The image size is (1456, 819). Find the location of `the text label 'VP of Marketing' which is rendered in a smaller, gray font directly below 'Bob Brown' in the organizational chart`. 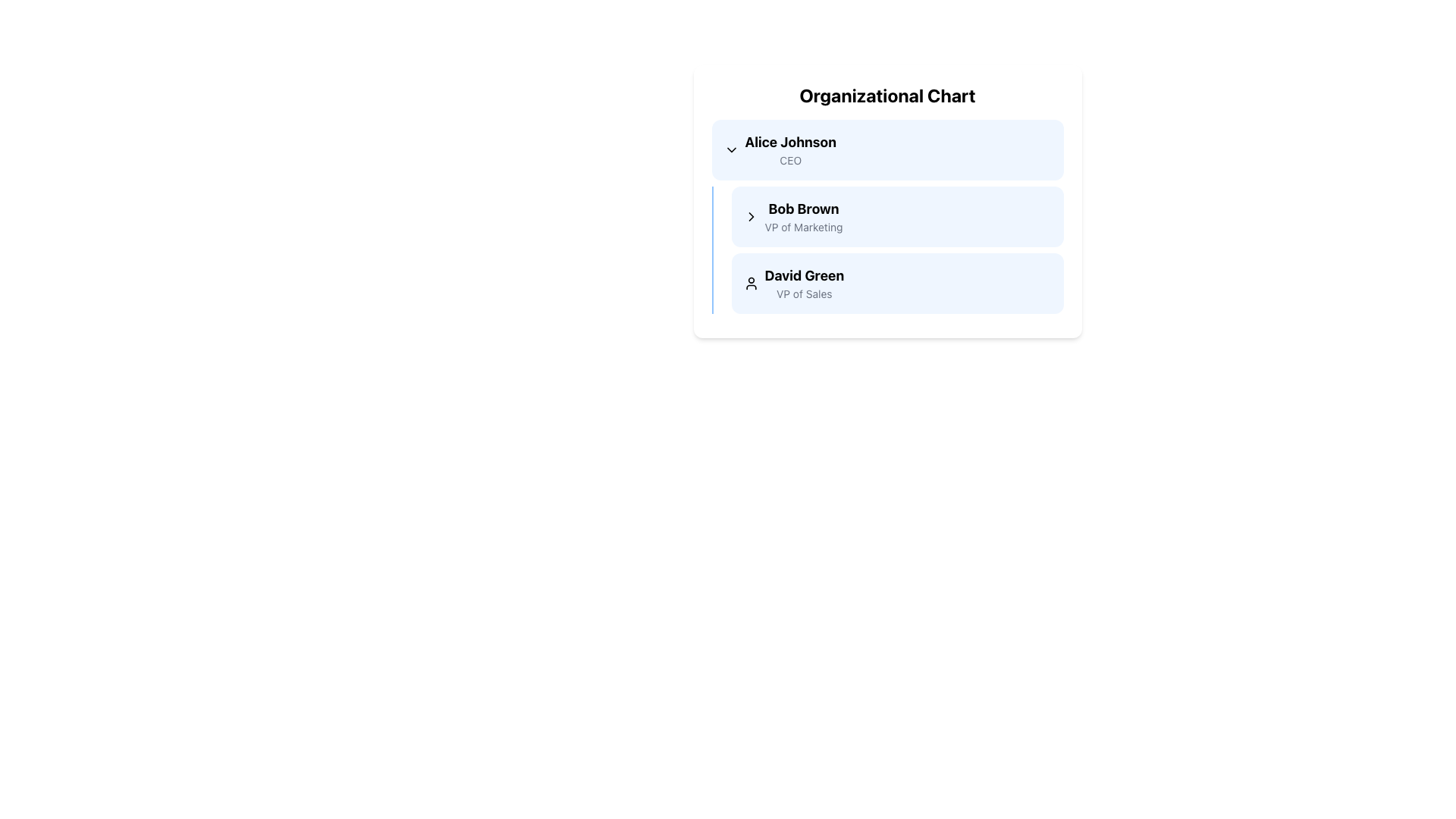

the text label 'VP of Marketing' which is rendered in a smaller, gray font directly below 'Bob Brown' in the organizational chart is located at coordinates (803, 227).